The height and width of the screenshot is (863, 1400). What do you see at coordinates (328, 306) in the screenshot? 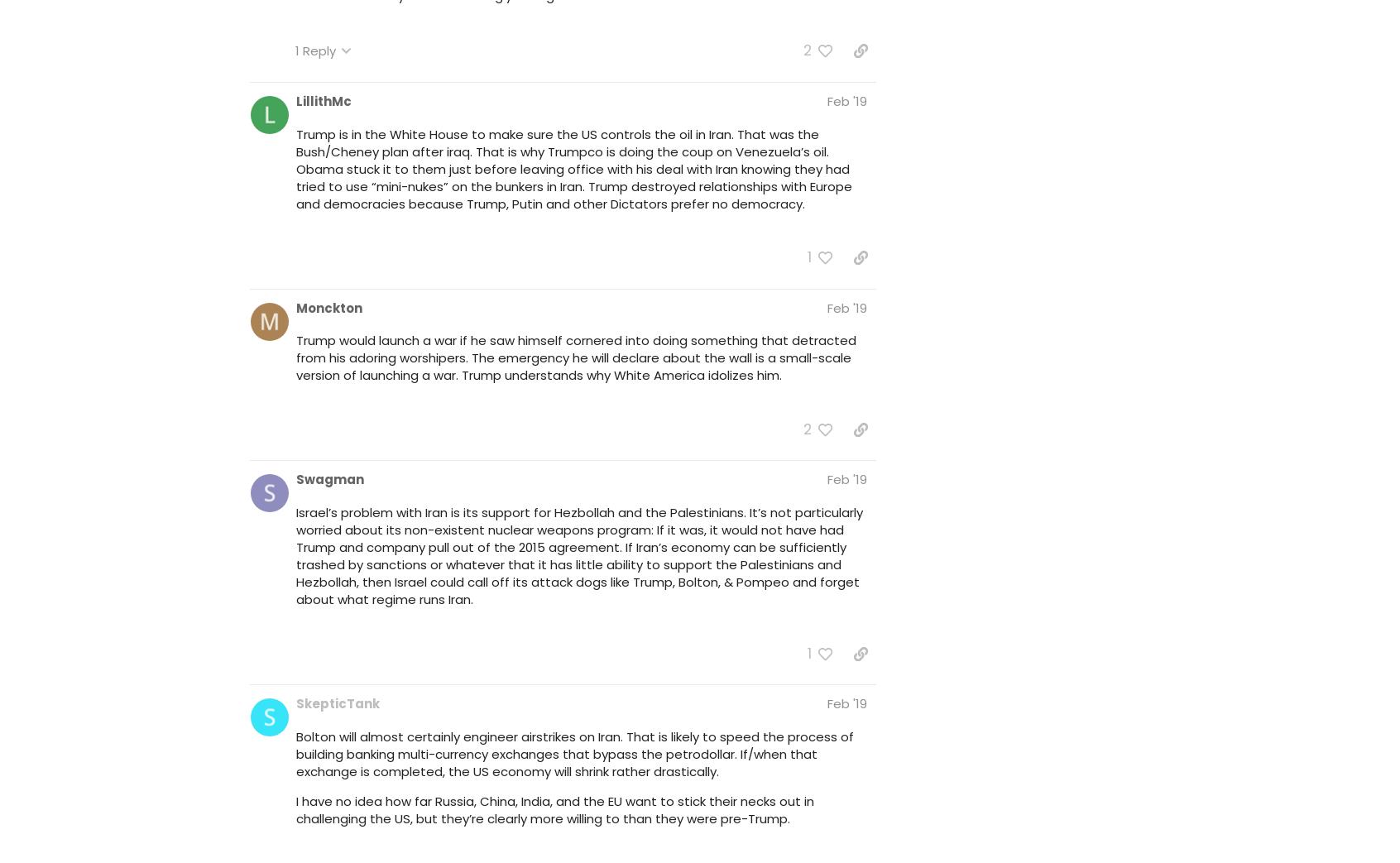
I see `'Monckton'` at bounding box center [328, 306].